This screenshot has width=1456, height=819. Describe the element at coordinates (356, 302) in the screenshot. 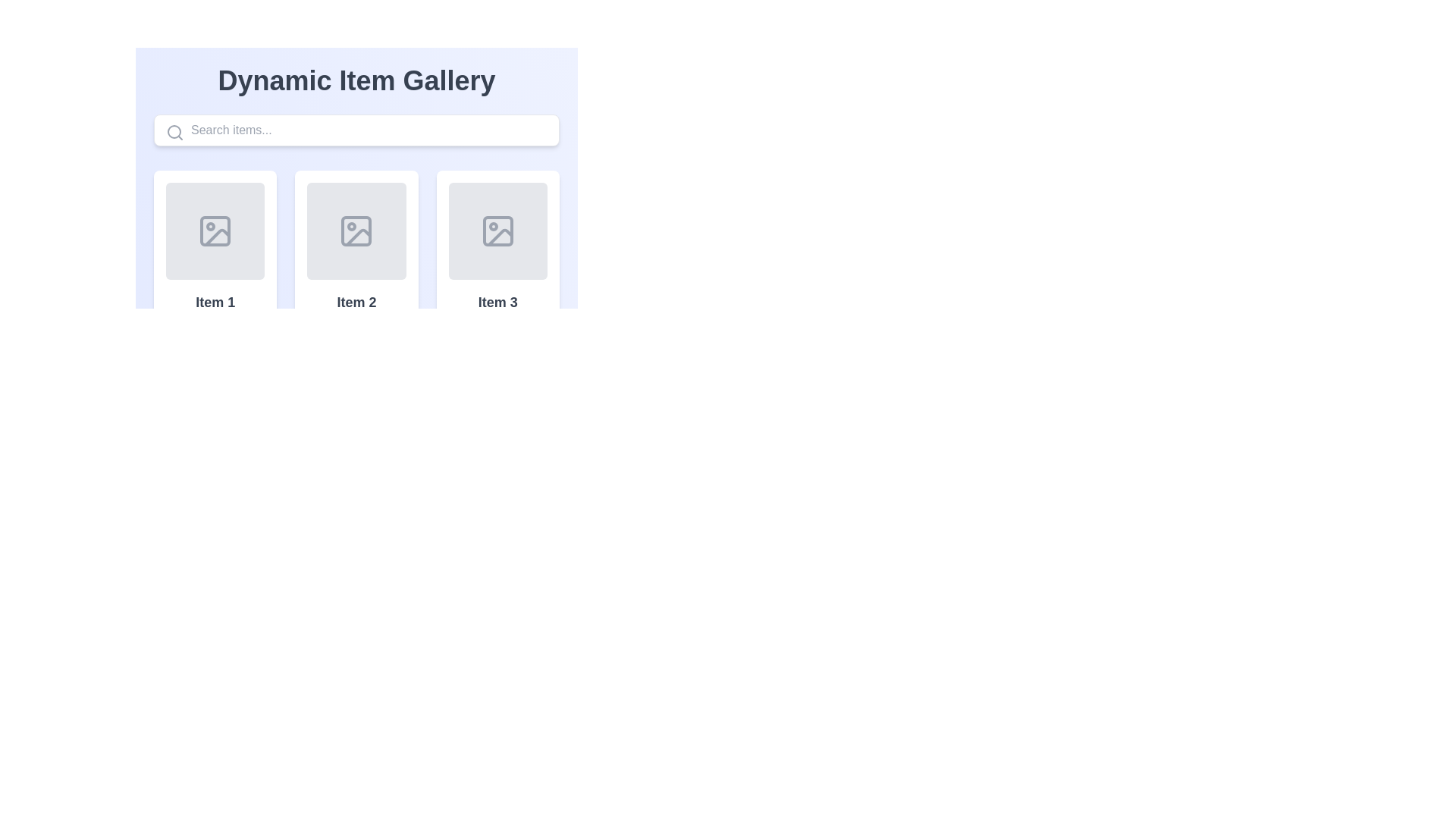

I see `the text label that serves as the title of the second item in a horizontal item grid, positioned directly below the second image placeholder` at that location.